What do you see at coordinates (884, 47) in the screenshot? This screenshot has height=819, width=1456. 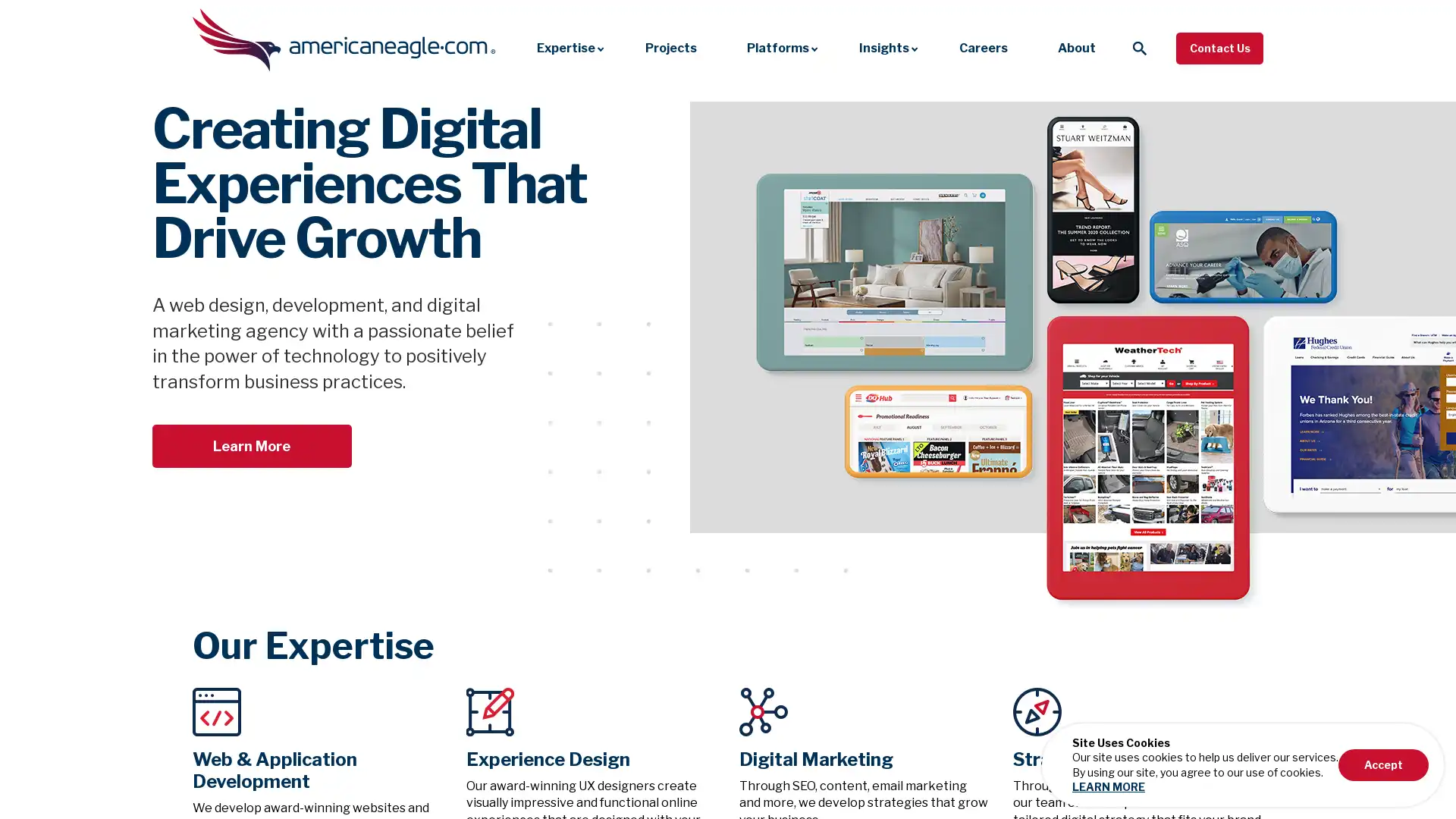 I see `Insights` at bounding box center [884, 47].